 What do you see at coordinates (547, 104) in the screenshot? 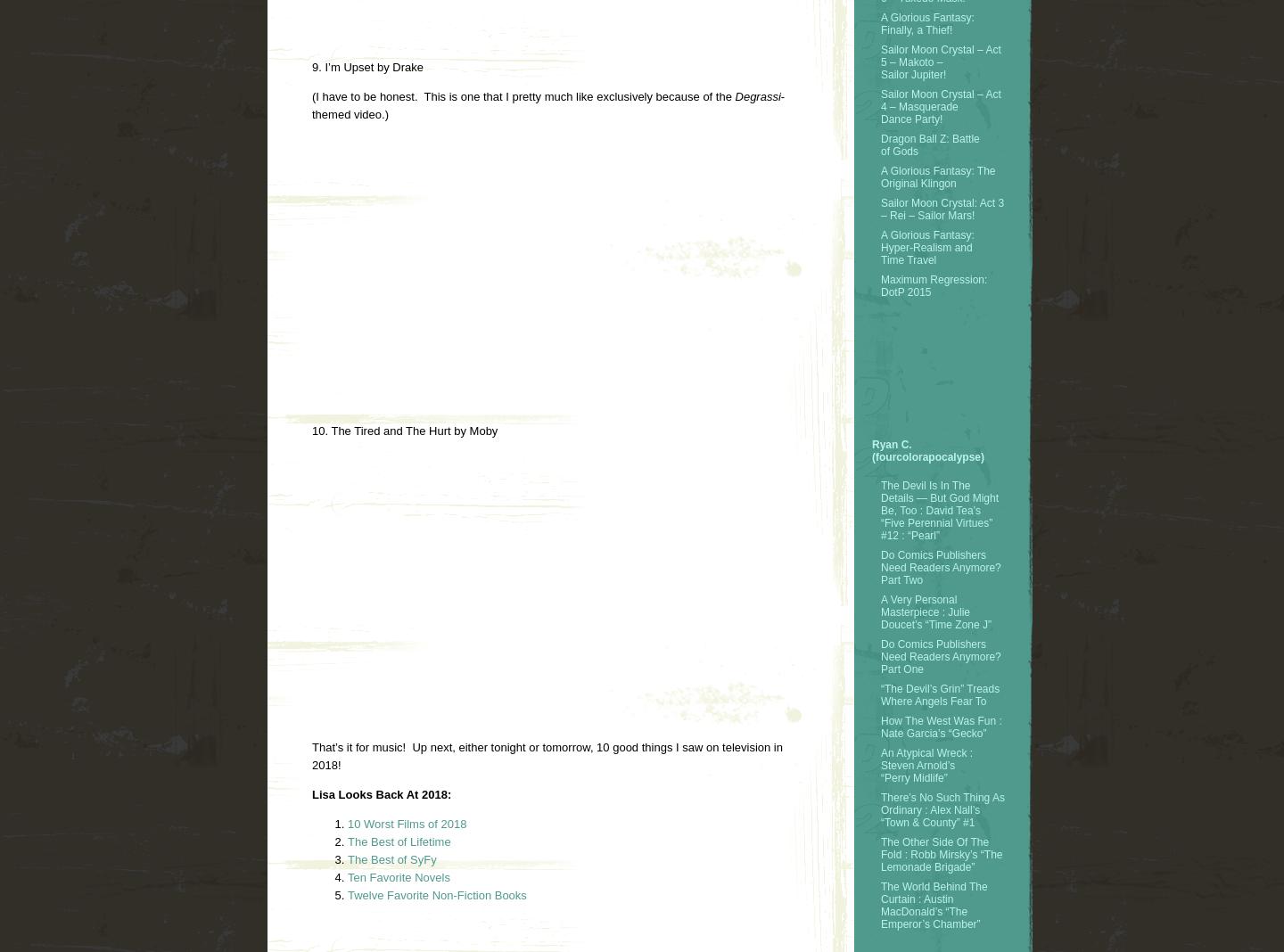
I see `'-themed video.)'` at bounding box center [547, 104].